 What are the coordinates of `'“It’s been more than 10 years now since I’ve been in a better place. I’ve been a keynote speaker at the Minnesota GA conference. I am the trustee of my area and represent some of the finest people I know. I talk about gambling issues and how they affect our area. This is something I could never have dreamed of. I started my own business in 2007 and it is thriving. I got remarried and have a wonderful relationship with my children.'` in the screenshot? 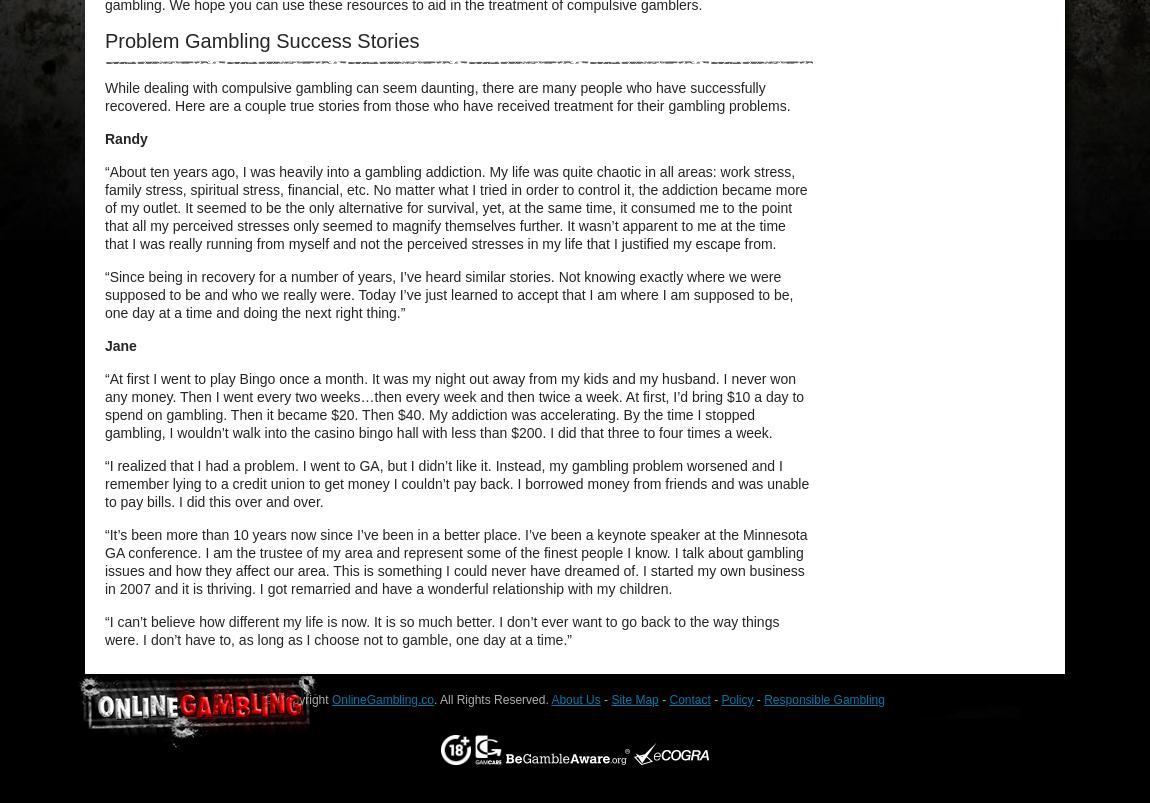 It's located at (455, 562).